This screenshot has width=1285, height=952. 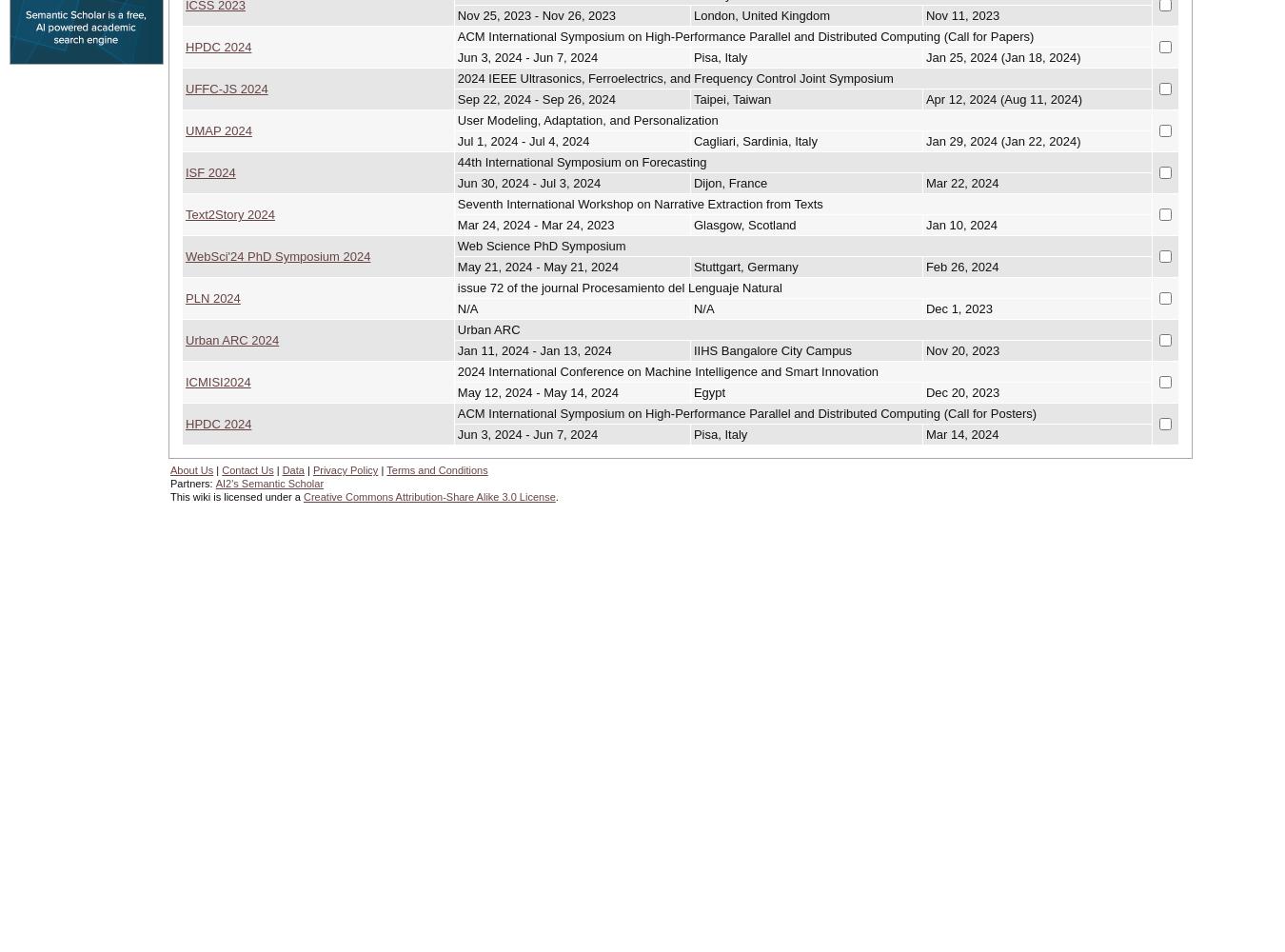 What do you see at coordinates (185, 129) in the screenshot?
I see `'UMAP 2024'` at bounding box center [185, 129].